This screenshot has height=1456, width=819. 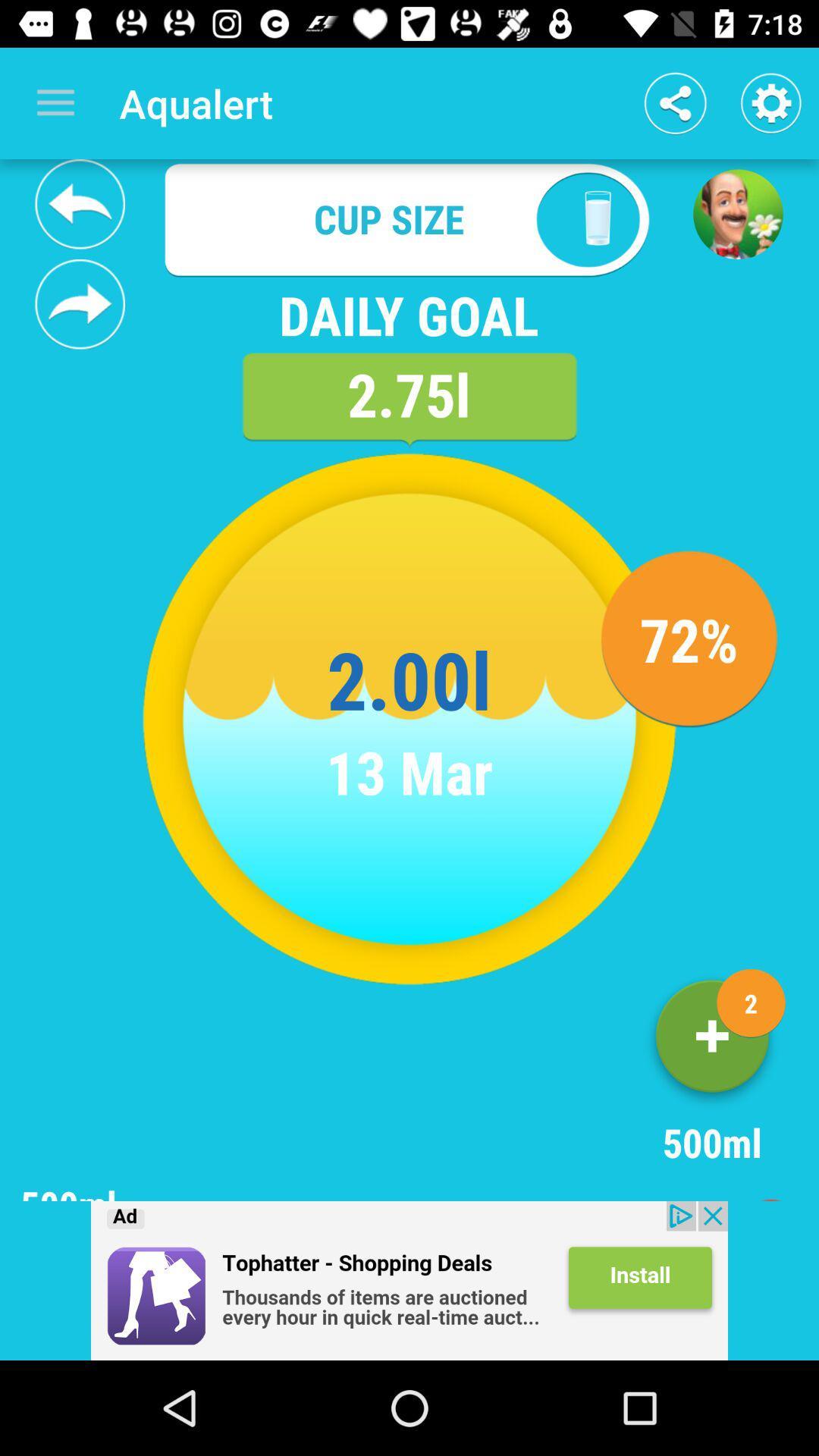 I want to click on the reply icon, so click(x=80, y=203).